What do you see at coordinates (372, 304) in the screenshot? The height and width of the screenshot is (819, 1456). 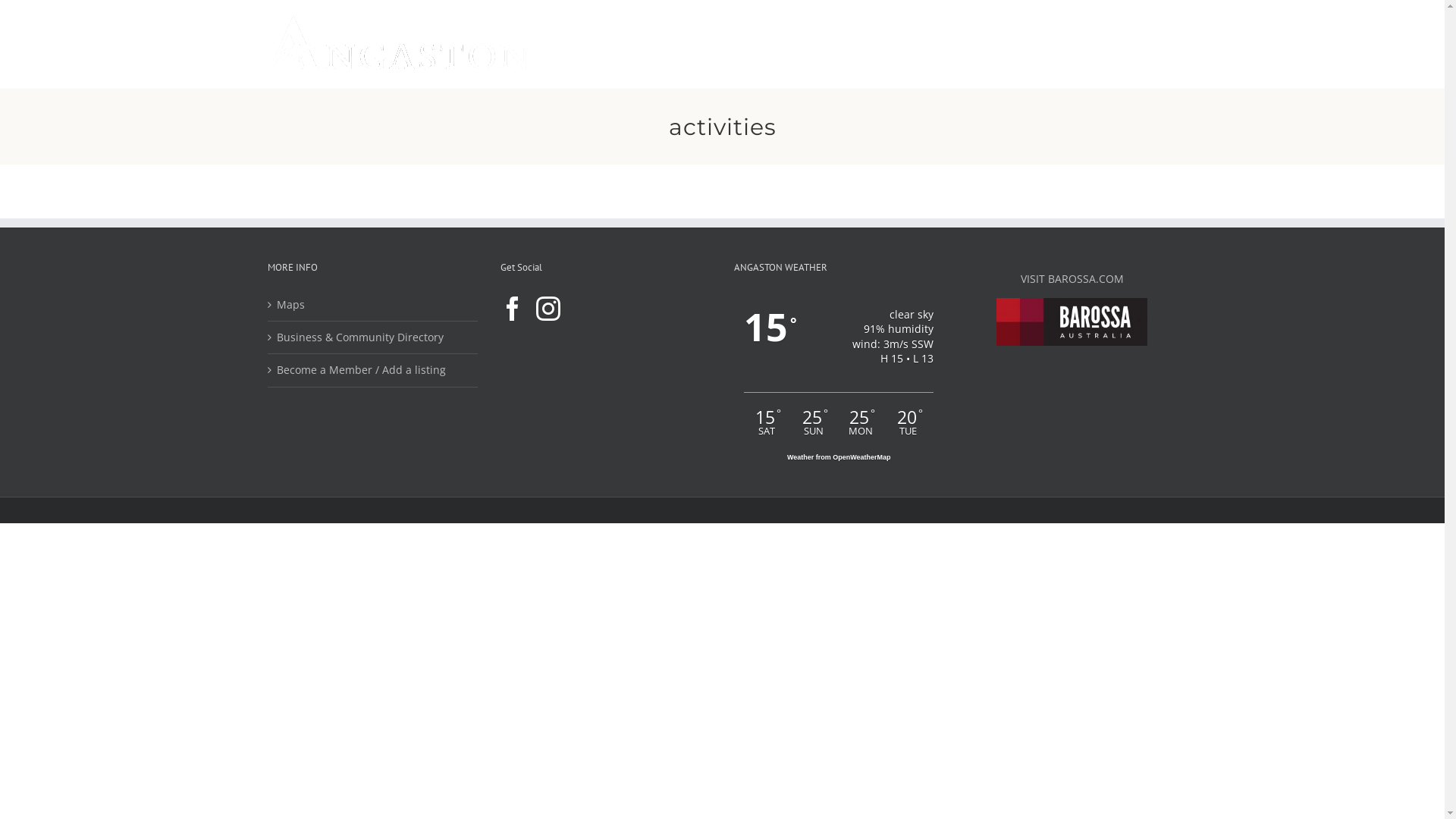 I see `'Maps'` at bounding box center [372, 304].